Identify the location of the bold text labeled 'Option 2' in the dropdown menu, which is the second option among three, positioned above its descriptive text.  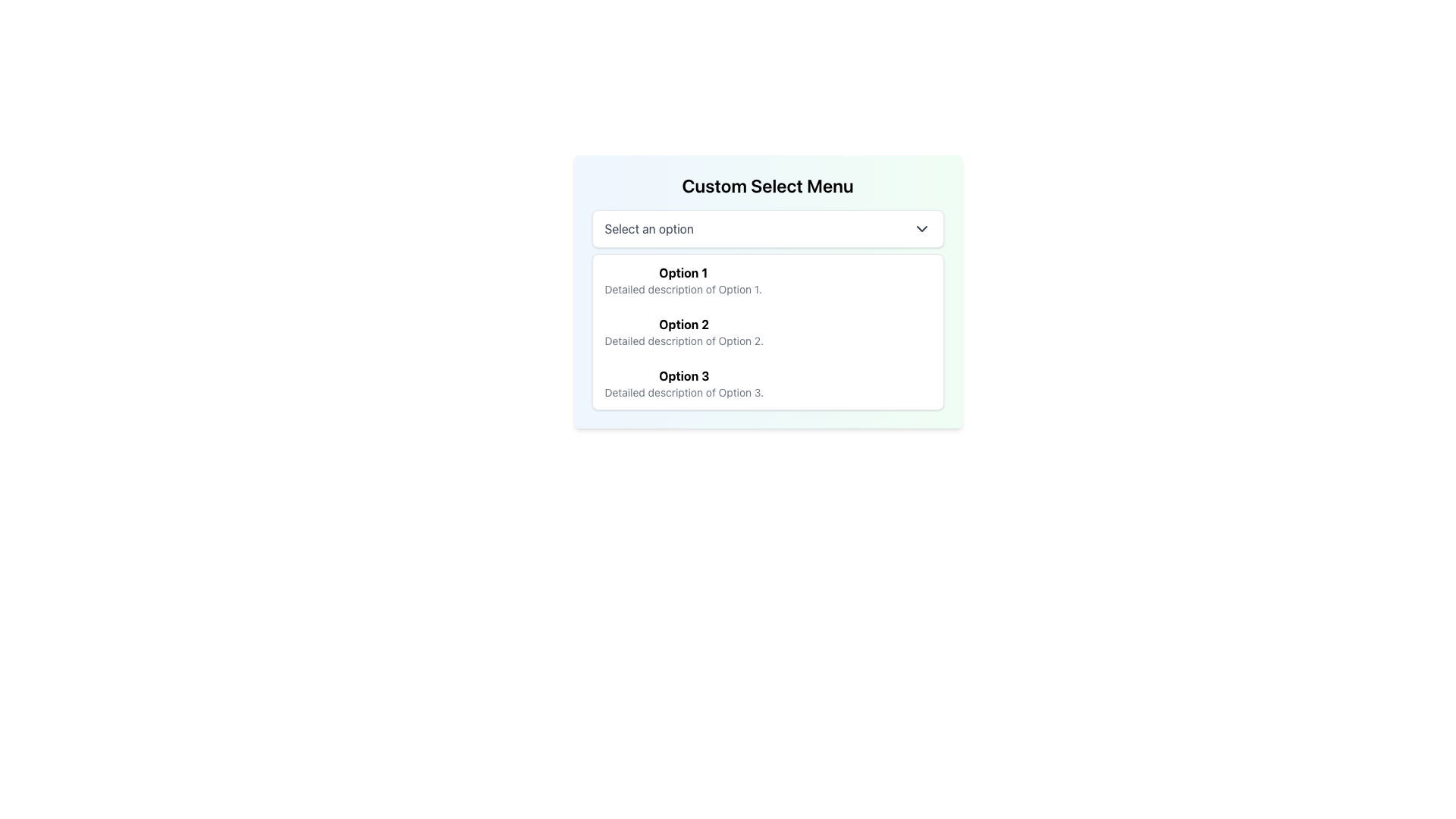
(683, 324).